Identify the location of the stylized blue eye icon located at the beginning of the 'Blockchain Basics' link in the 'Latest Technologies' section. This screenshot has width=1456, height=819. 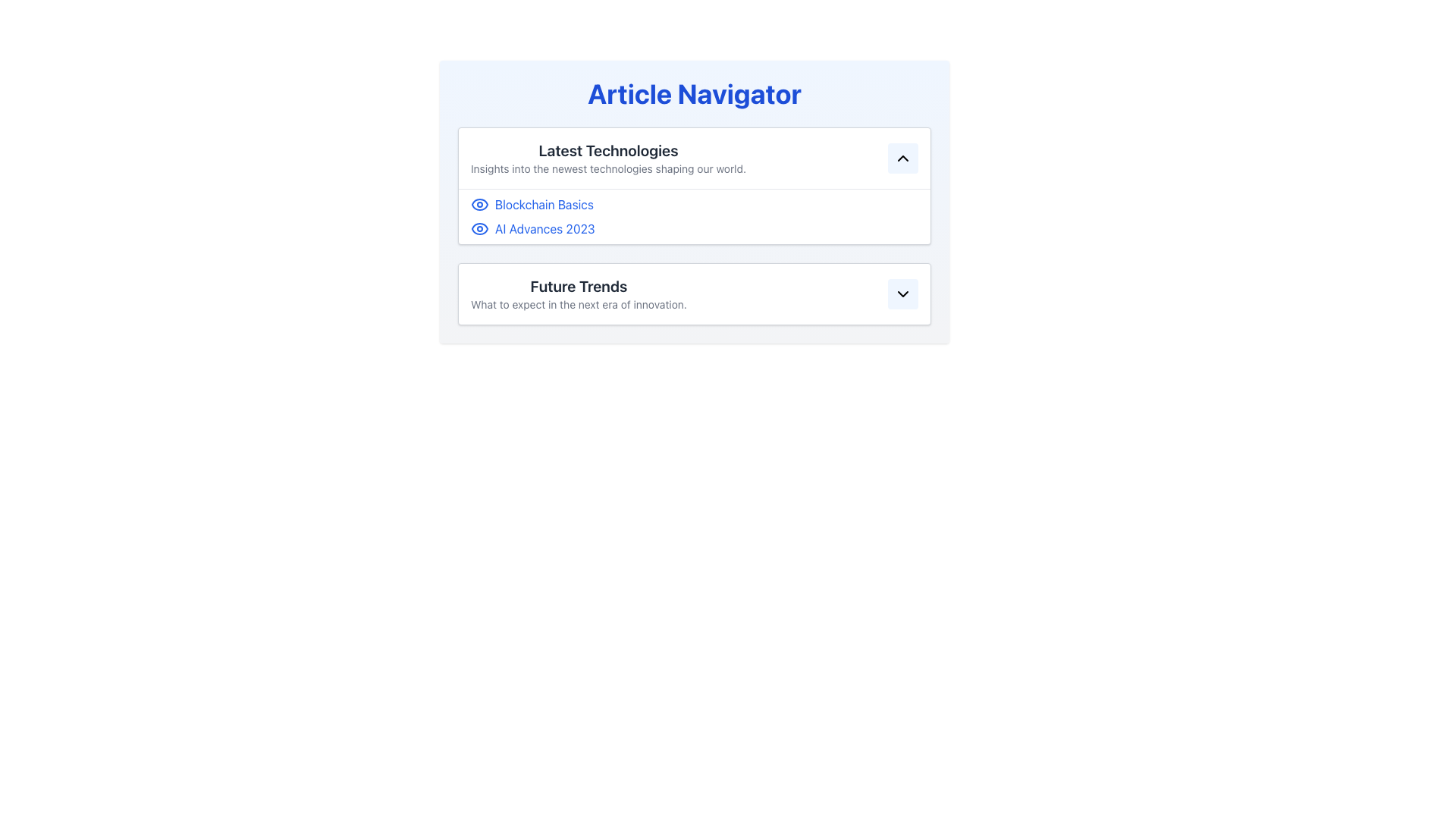
(479, 205).